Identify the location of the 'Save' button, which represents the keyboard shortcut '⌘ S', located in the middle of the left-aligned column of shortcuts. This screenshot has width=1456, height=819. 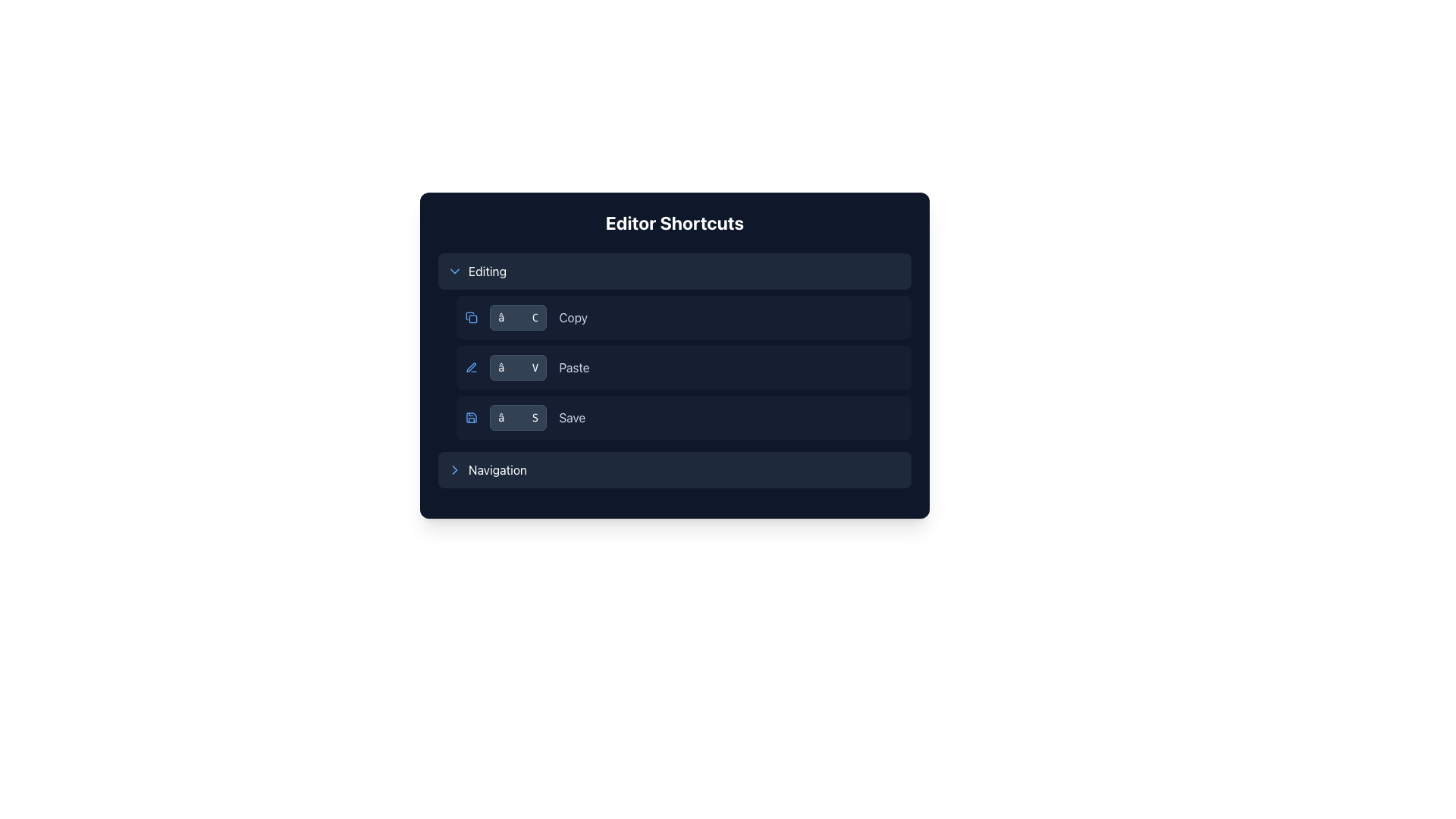
(518, 418).